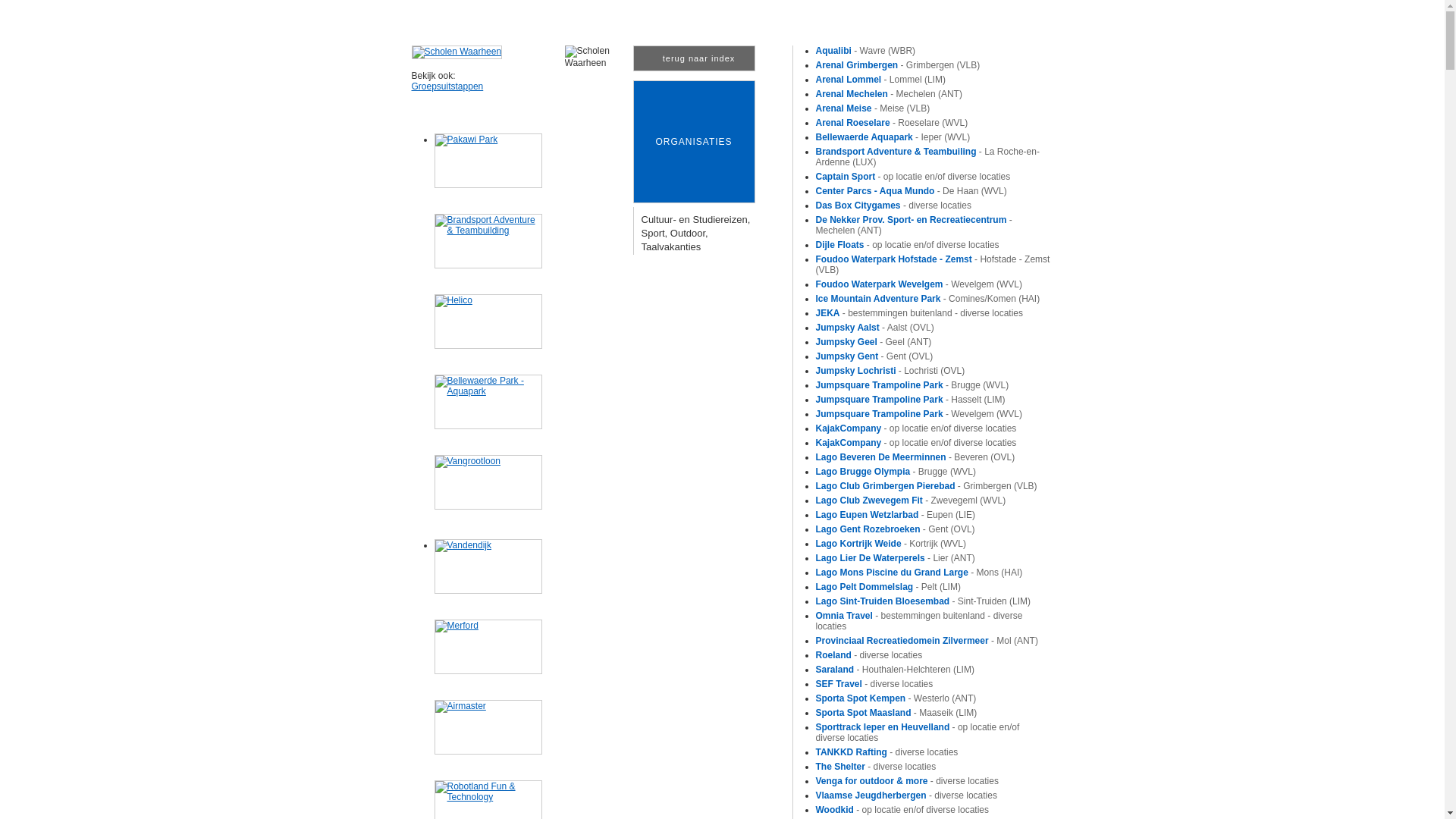 The image size is (1456, 819). What do you see at coordinates (910, 399) in the screenshot?
I see `'Jumpsquare Trampoline Park - Hasselt (LIM)'` at bounding box center [910, 399].